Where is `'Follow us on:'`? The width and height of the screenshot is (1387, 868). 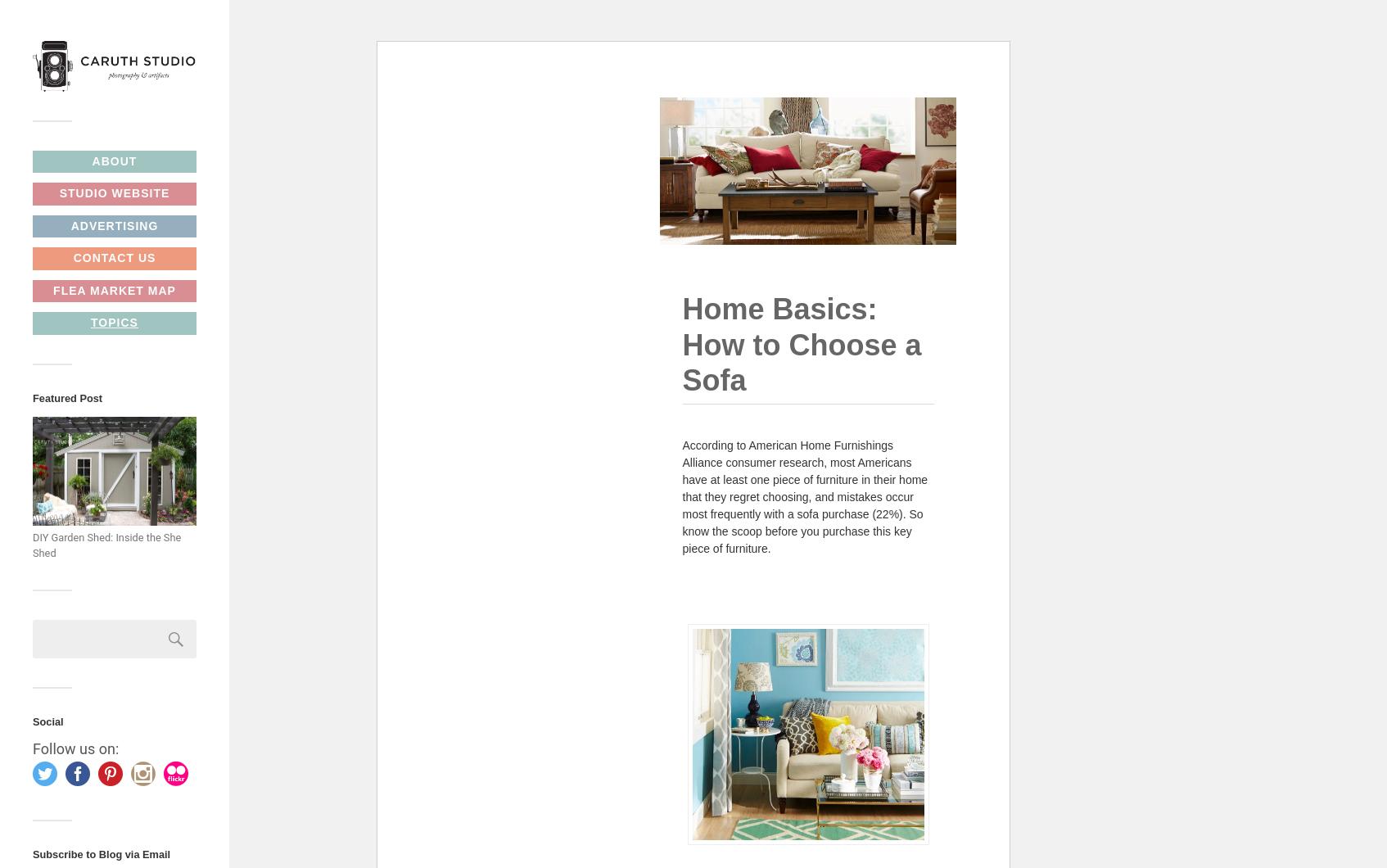 'Follow us on:' is located at coordinates (31, 748).